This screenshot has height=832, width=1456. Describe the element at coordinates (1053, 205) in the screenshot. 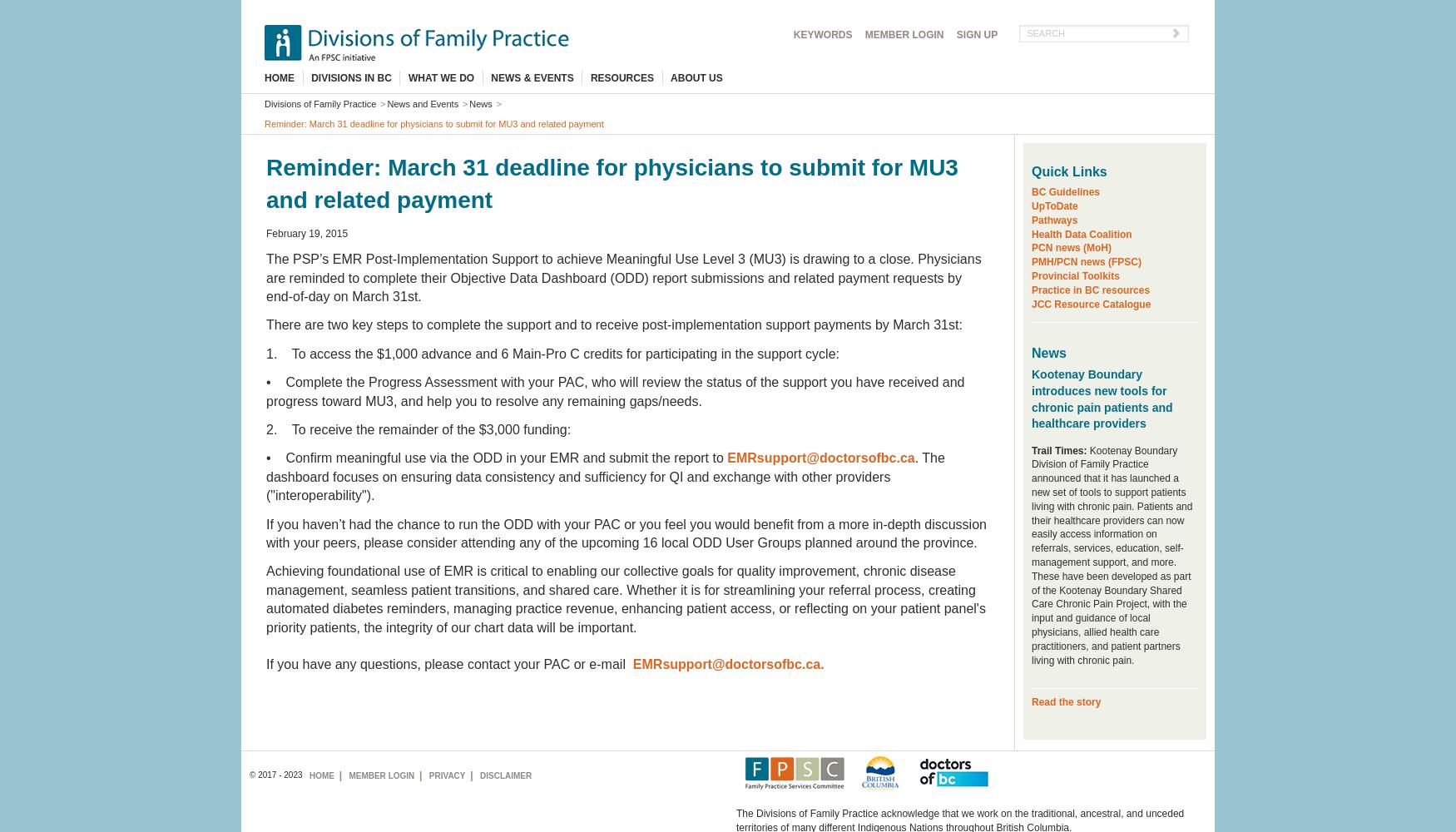

I see `'UpToDate'` at that location.